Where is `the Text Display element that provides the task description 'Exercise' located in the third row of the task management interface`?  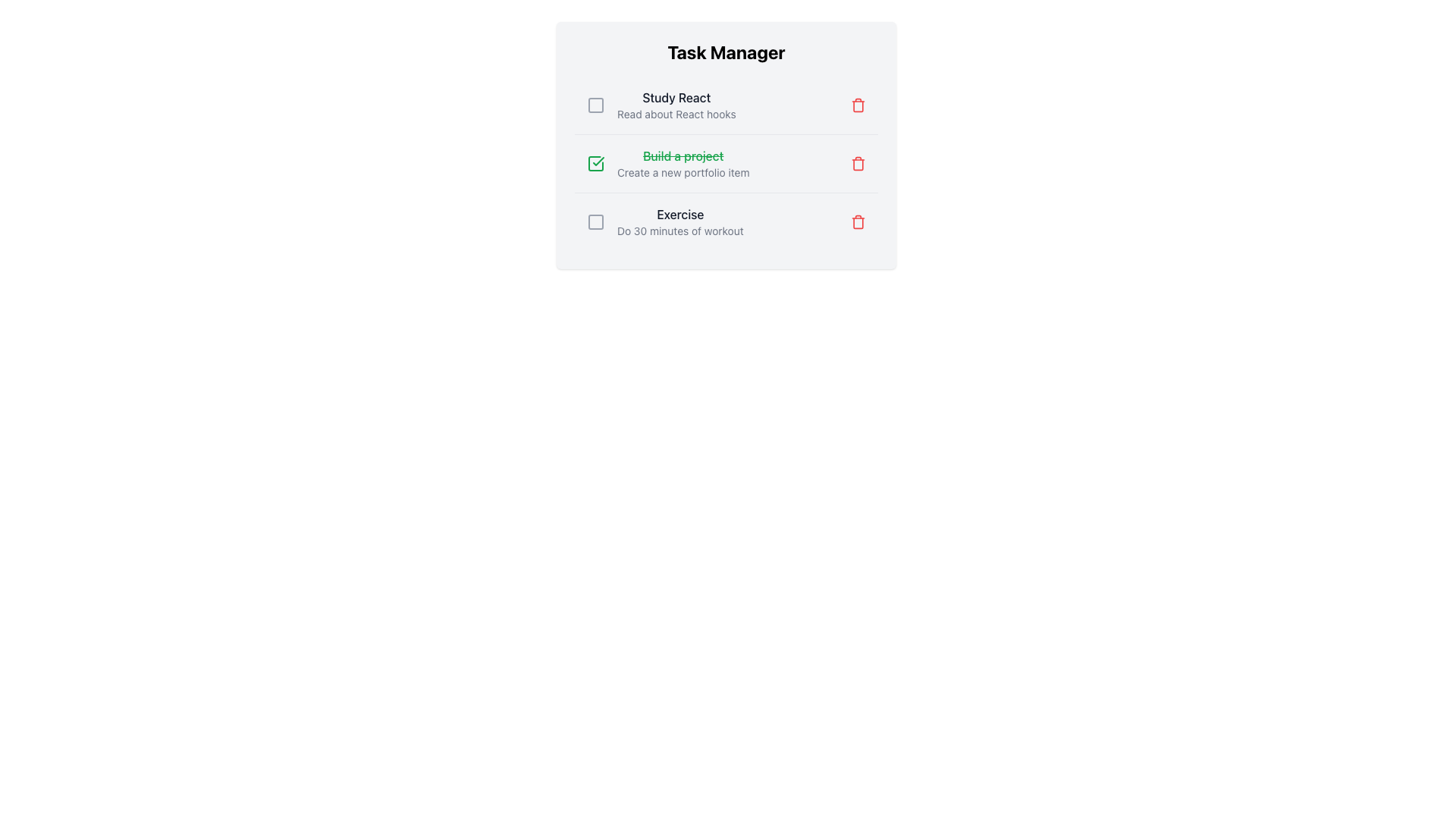 the Text Display element that provides the task description 'Exercise' located in the third row of the task management interface is located at coordinates (679, 222).